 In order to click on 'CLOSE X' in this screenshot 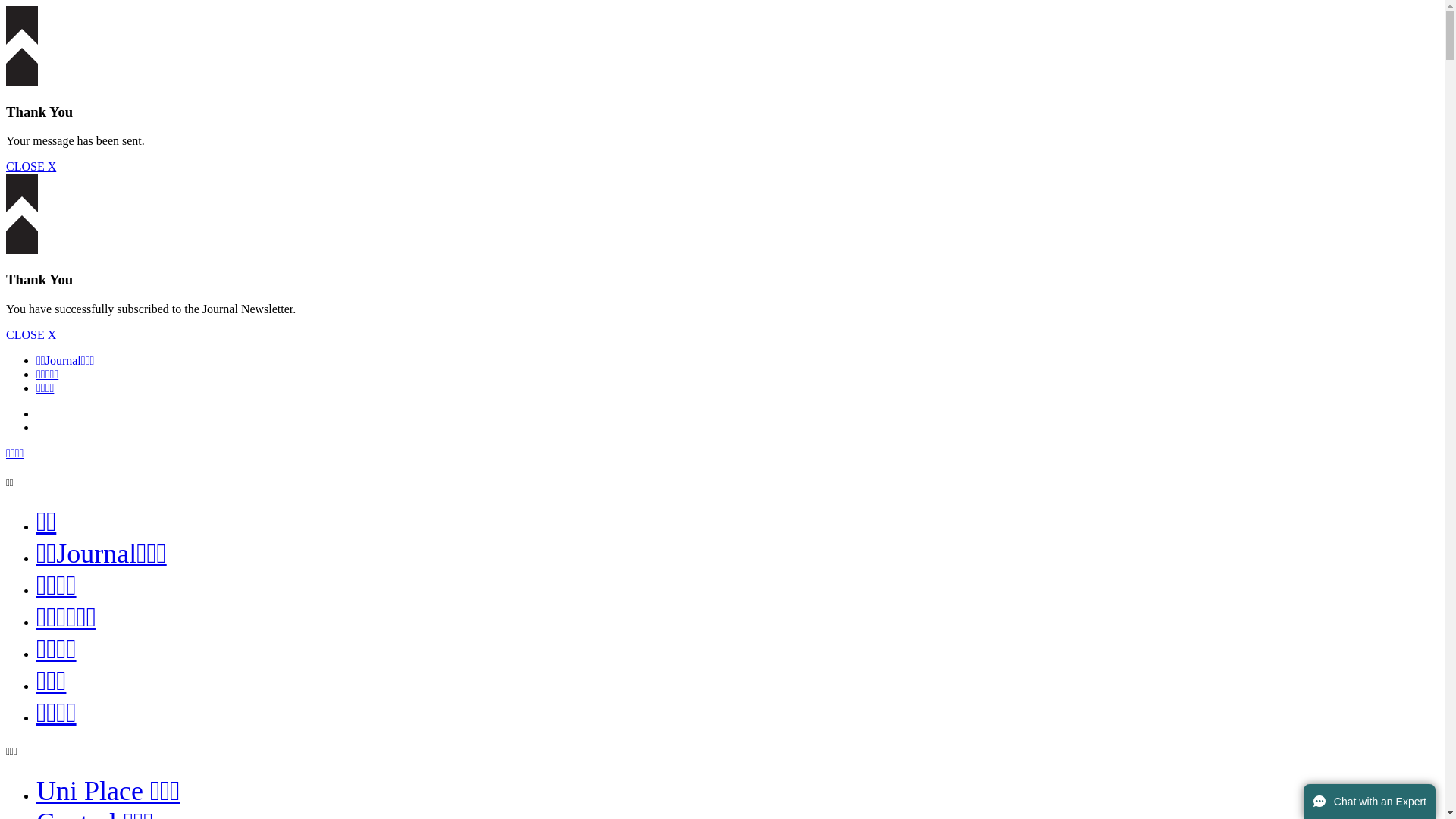, I will do `click(31, 334)`.